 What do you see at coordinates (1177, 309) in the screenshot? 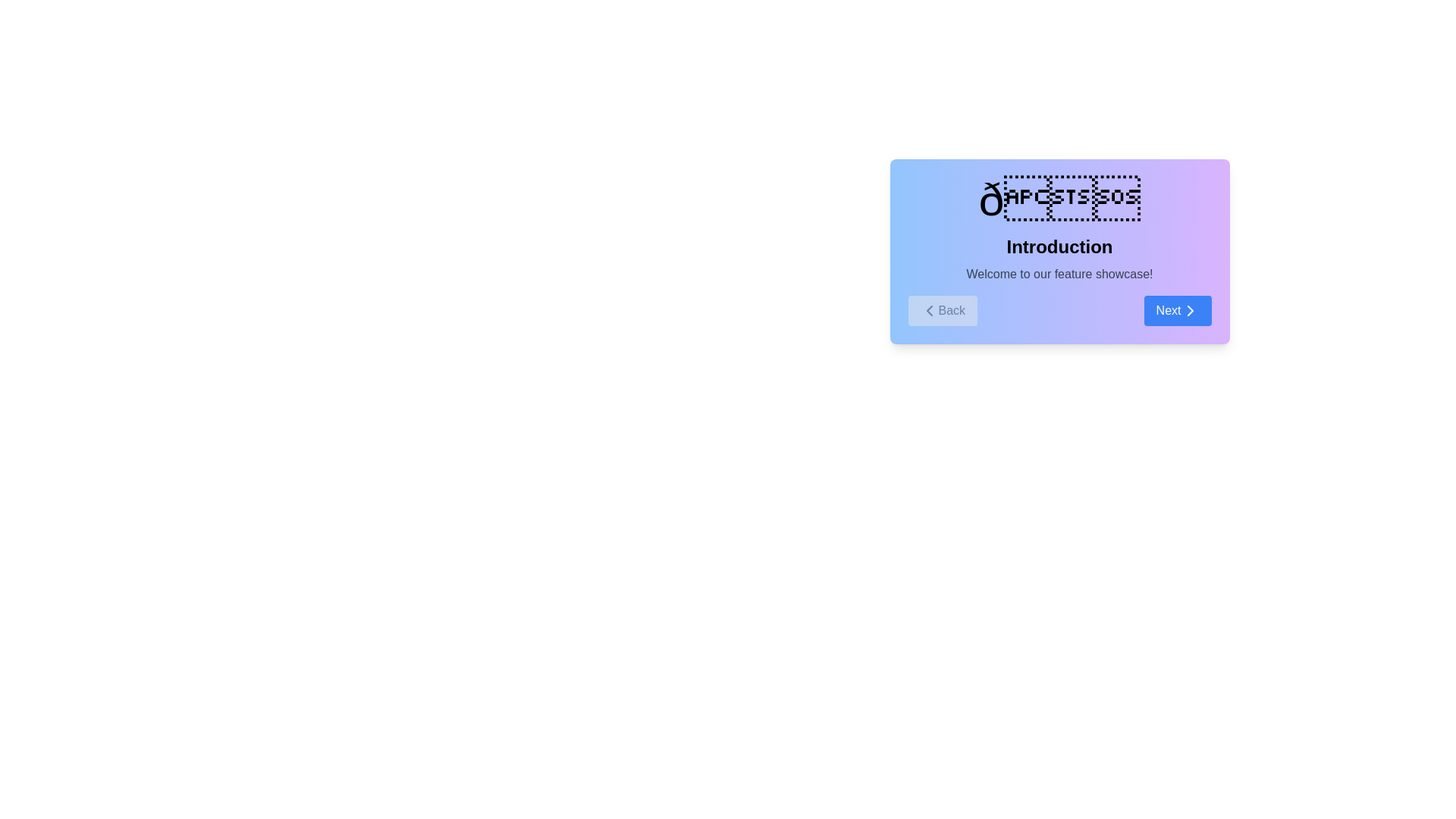
I see `the 'Next' button to navigate to the next step` at bounding box center [1177, 309].